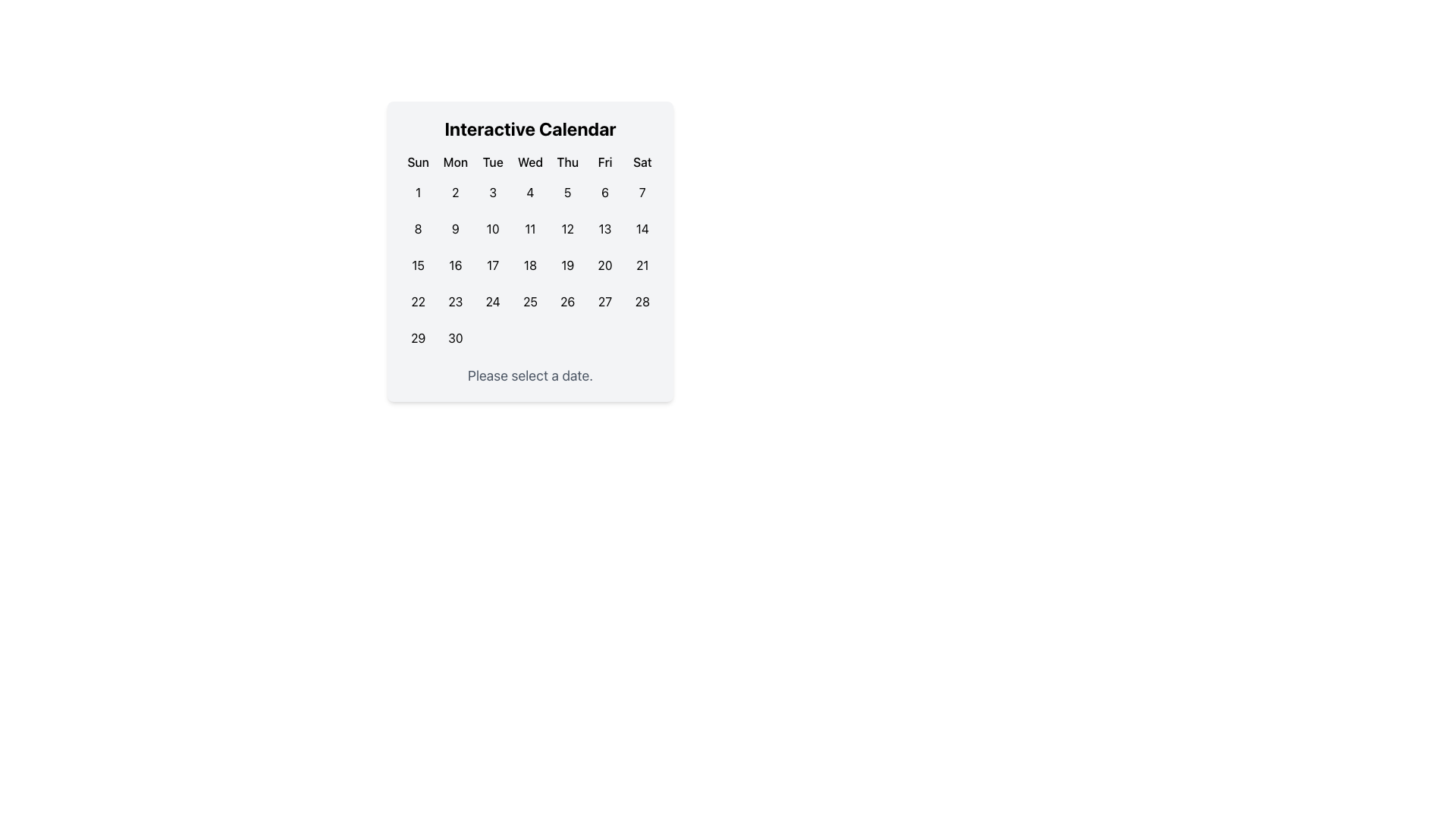  What do you see at coordinates (566, 265) in the screenshot?
I see `the interactive text label displaying the number '19'` at bounding box center [566, 265].